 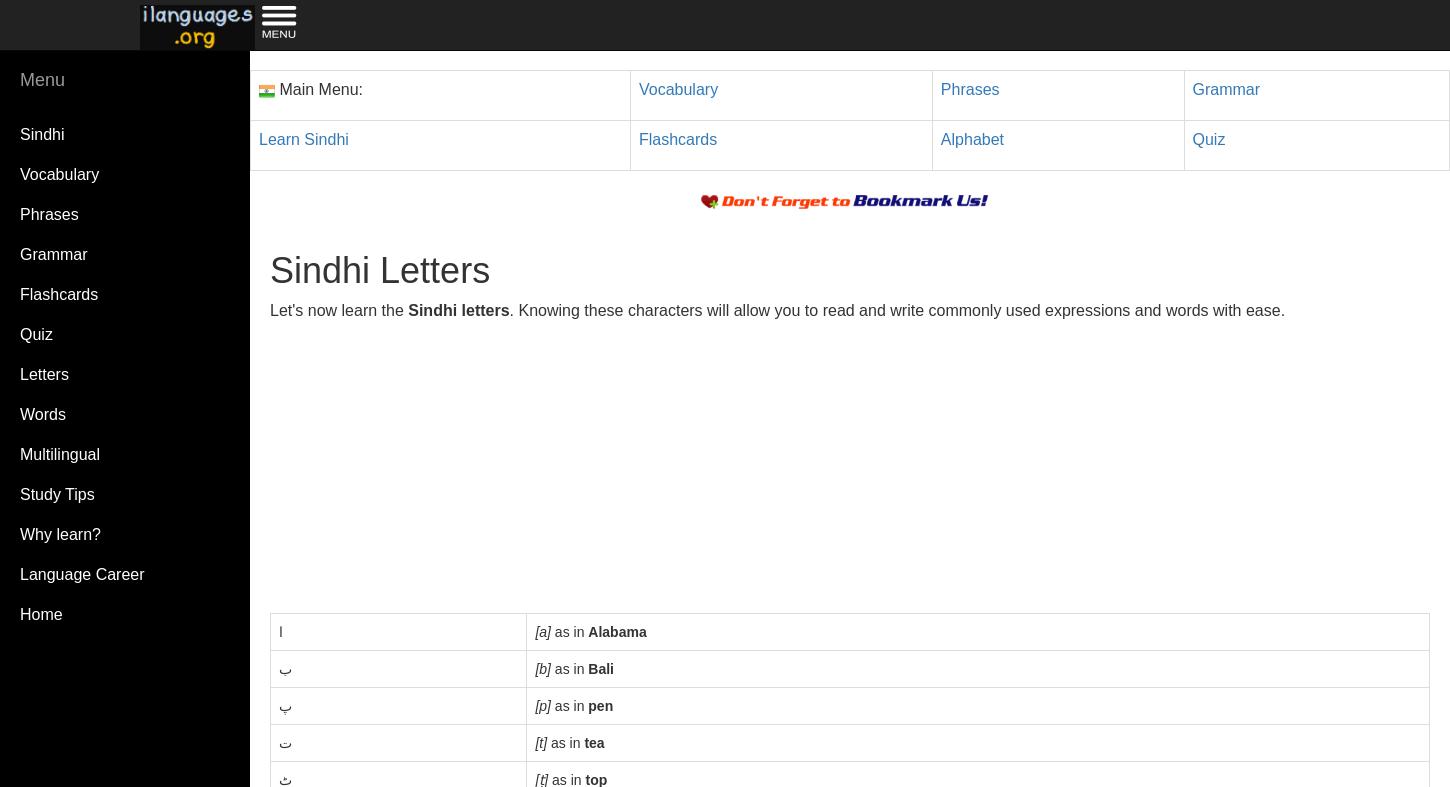 I want to click on 'Alphabet', so click(x=971, y=138).